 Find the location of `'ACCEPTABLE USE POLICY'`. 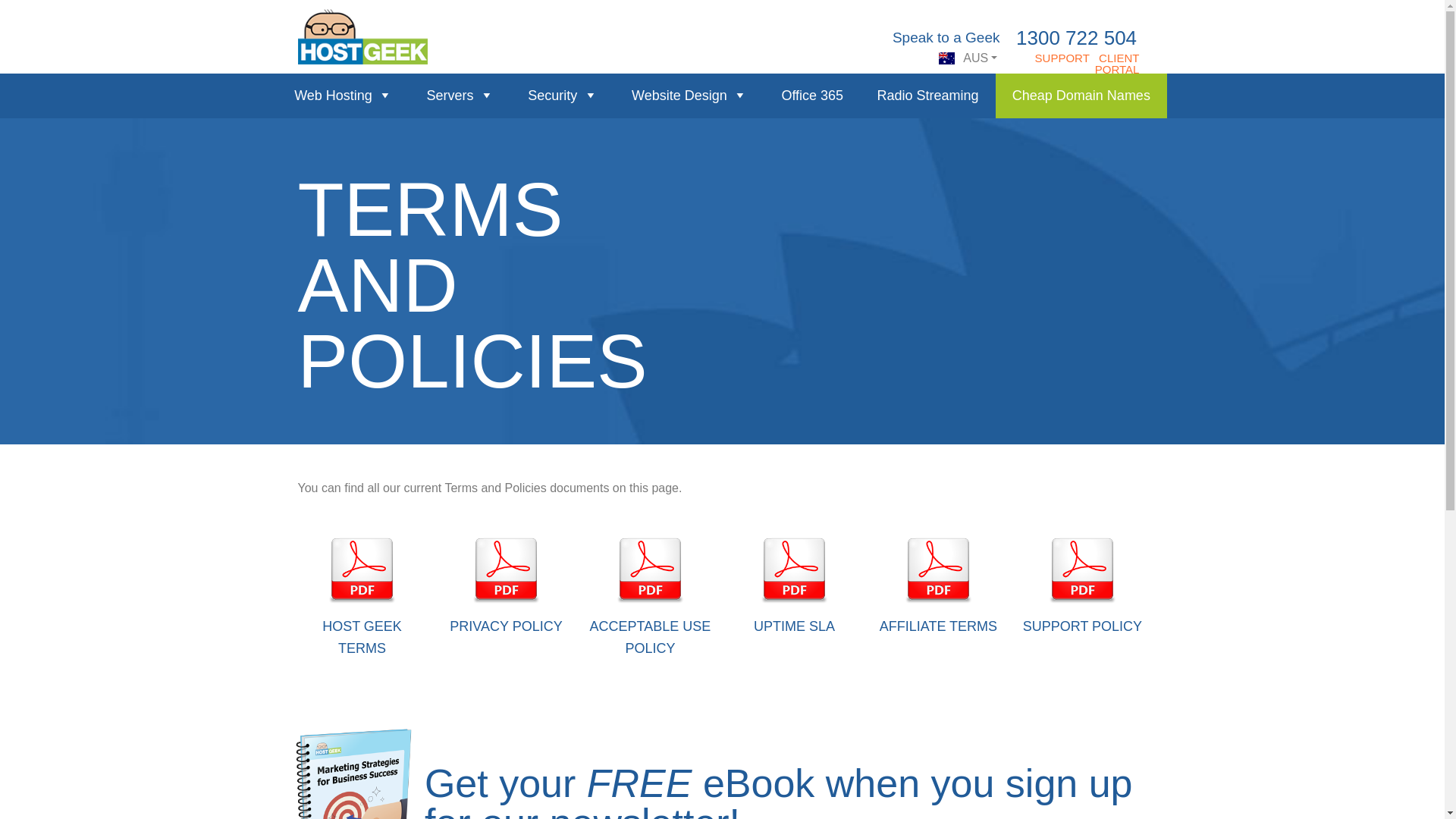

'ACCEPTABLE USE POLICY' is located at coordinates (588, 637).